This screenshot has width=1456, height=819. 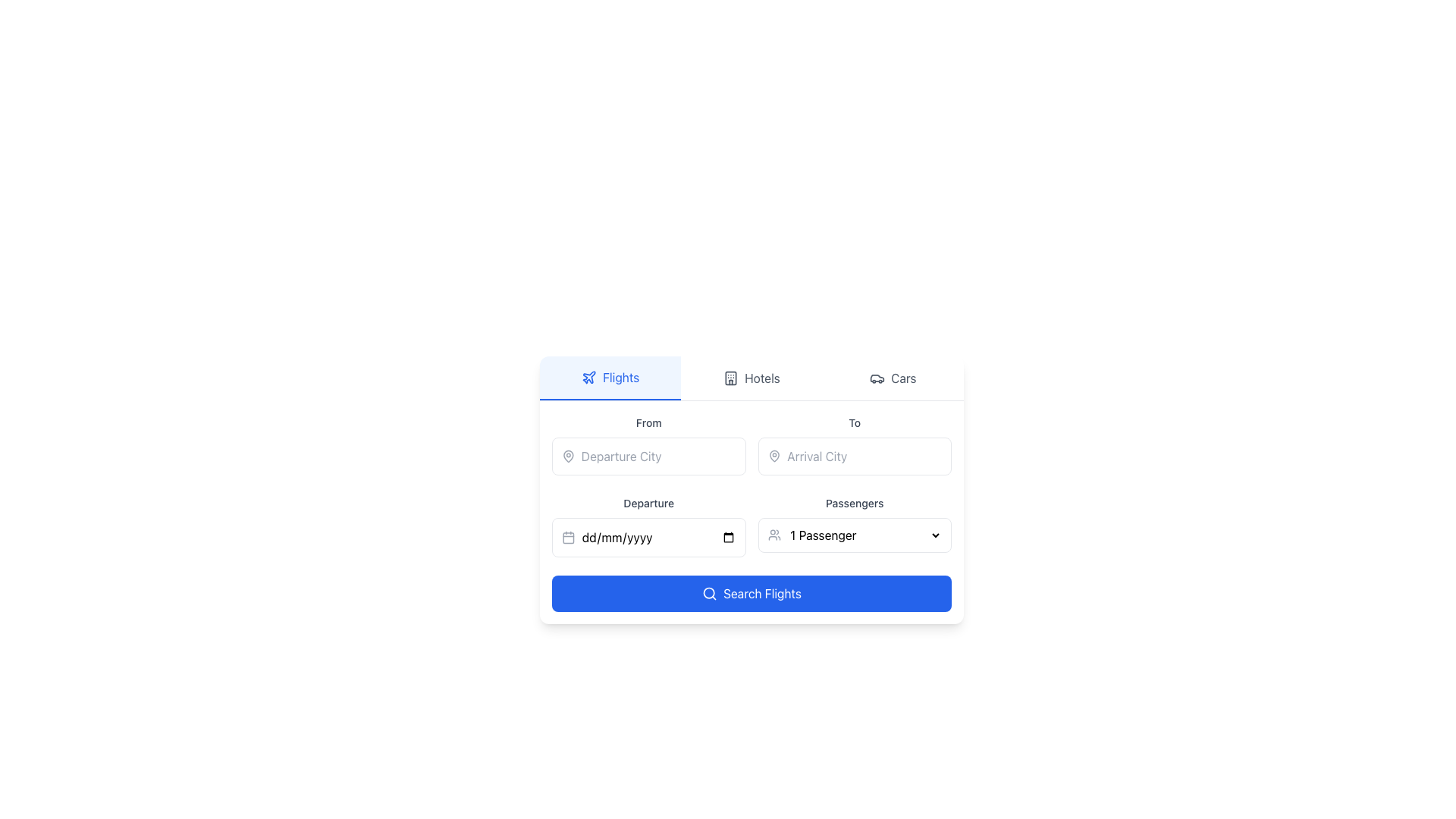 What do you see at coordinates (621, 376) in the screenshot?
I see `text from the 'Flights' label, which is a bold blue text element located near the center of the tabbed section's header and aligned next to an airplane icon` at bounding box center [621, 376].